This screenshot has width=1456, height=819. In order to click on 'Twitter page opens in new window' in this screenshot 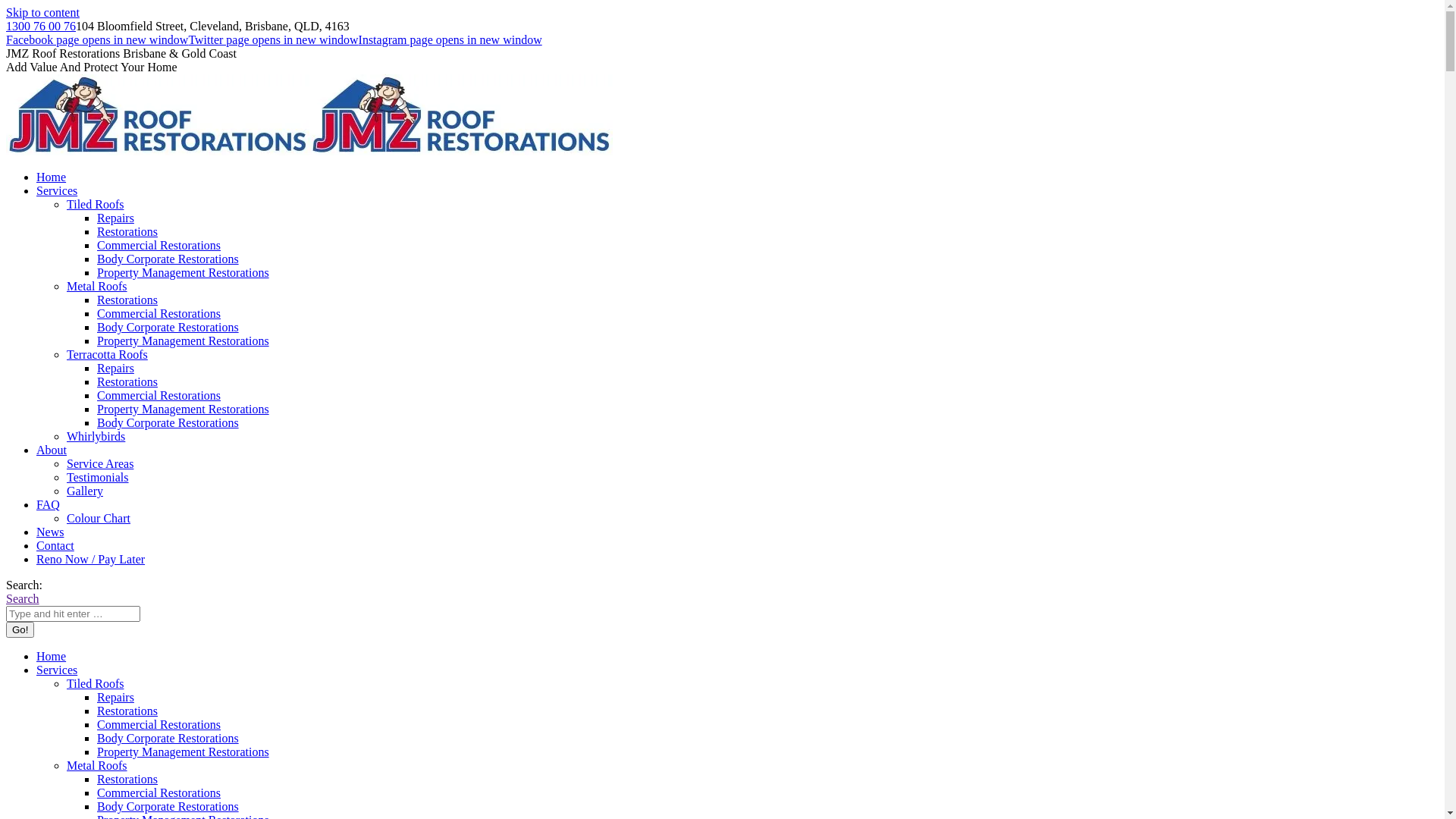, I will do `click(187, 39)`.